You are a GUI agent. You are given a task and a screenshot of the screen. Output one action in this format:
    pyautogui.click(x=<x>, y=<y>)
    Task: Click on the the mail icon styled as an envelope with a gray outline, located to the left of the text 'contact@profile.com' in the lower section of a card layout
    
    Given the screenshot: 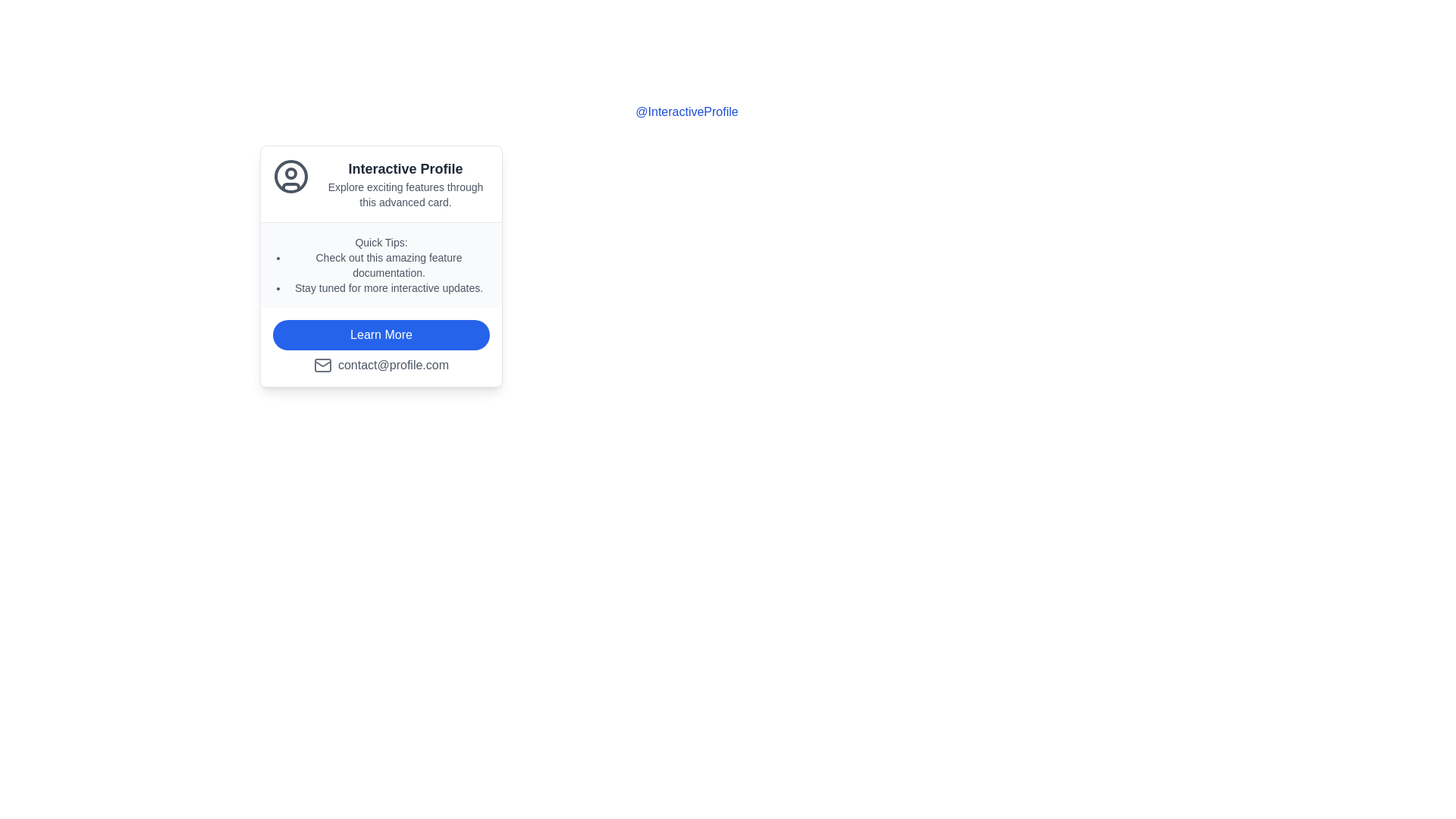 What is the action you would take?
    pyautogui.click(x=322, y=366)
    